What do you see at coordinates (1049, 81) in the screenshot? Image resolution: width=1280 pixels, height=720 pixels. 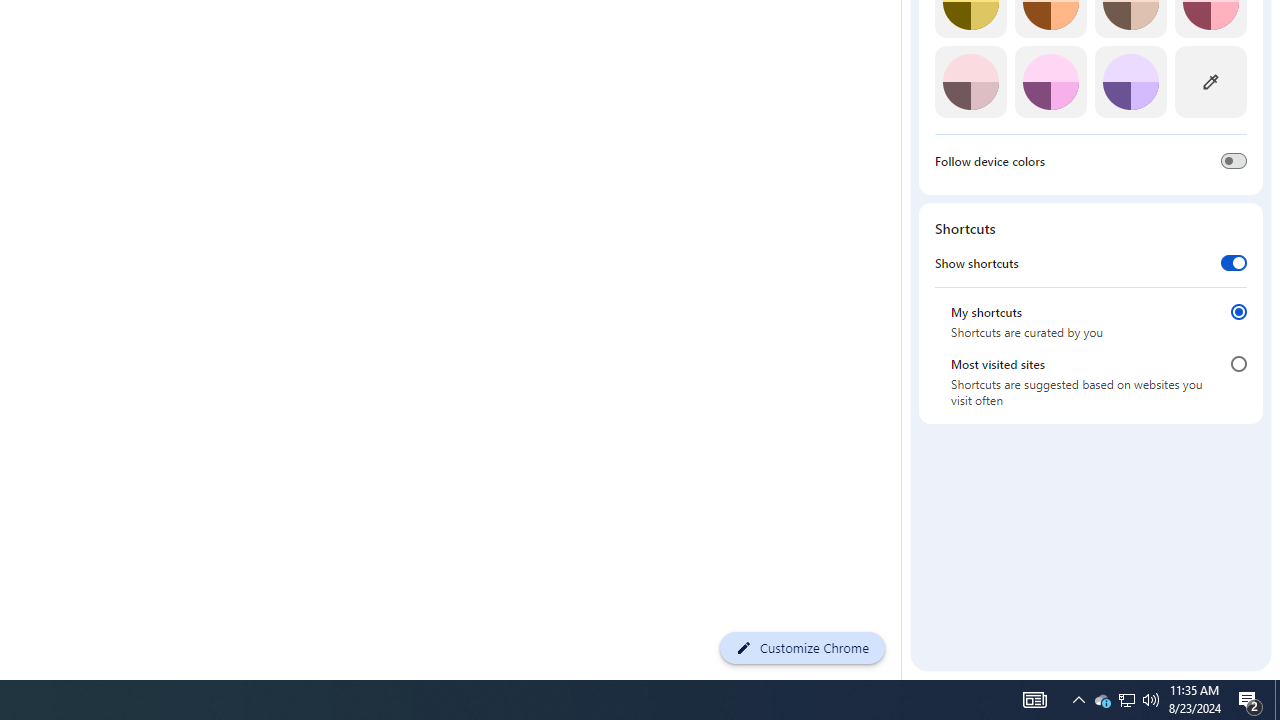 I see `'Fuchsia'` at bounding box center [1049, 81].